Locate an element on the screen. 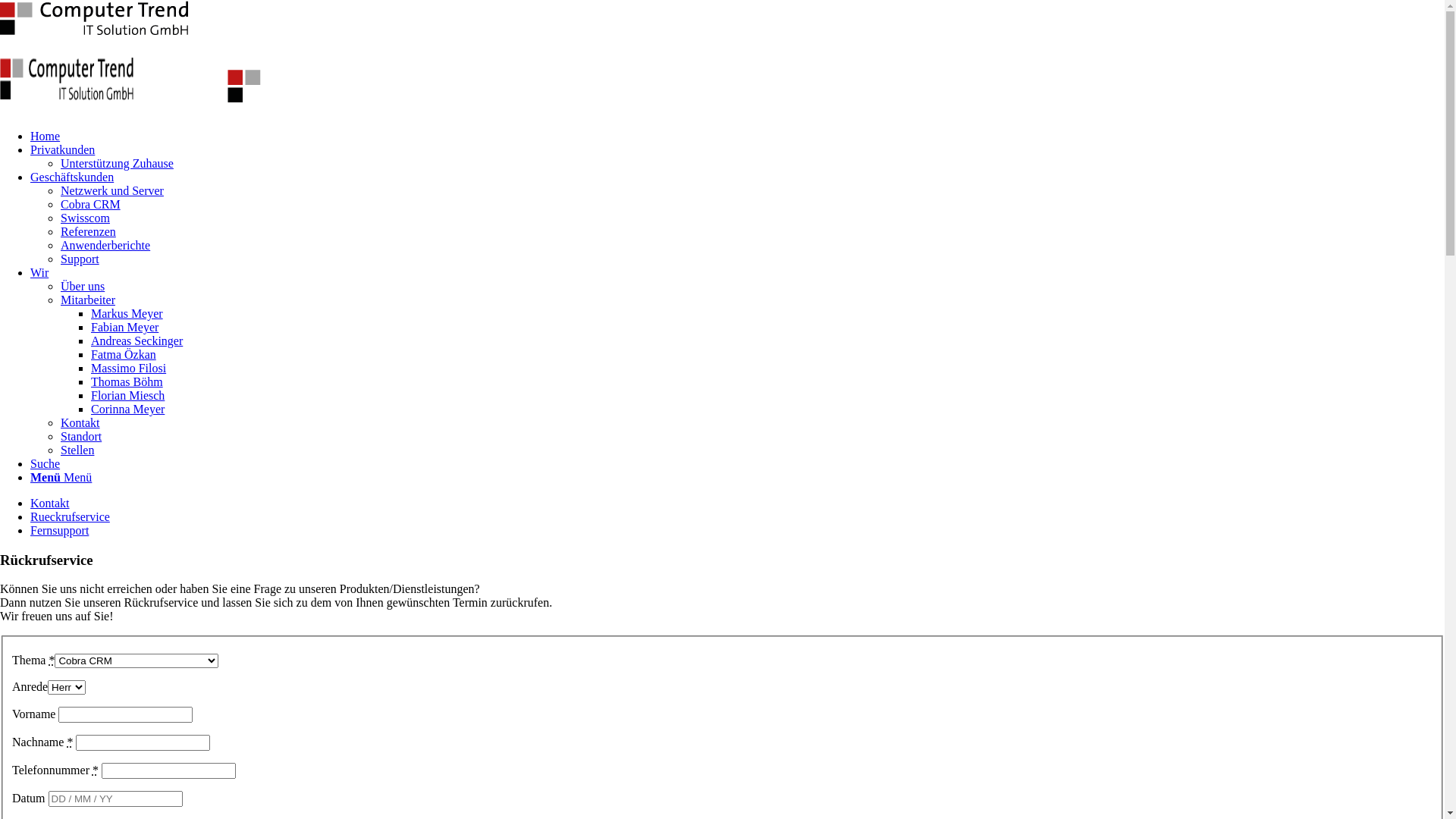  'Mitarbeiter' is located at coordinates (86, 300).